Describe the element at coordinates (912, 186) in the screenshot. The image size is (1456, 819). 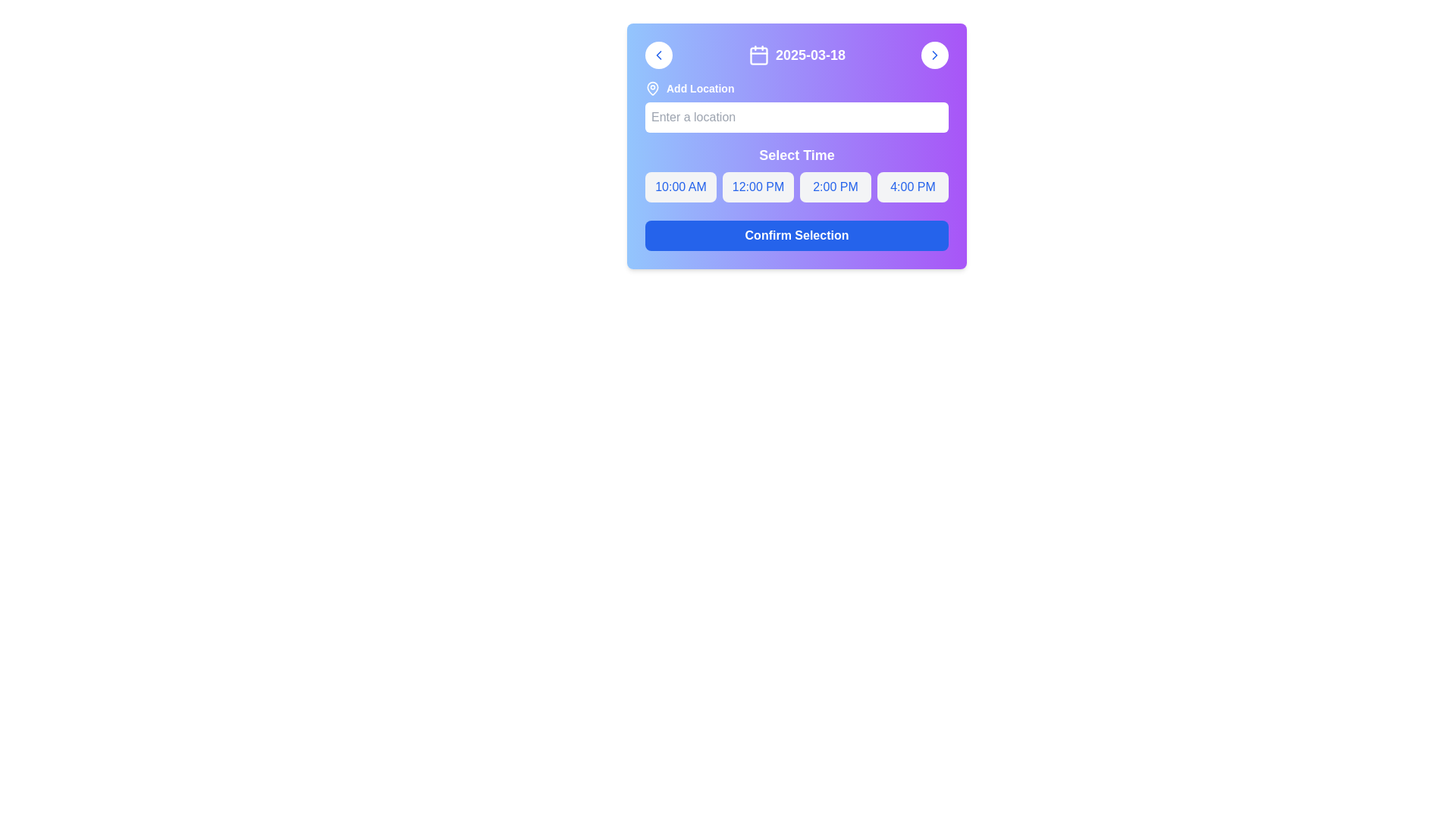
I see `the button displaying '4:00 PM' with rounded edges and a light grey background` at that location.